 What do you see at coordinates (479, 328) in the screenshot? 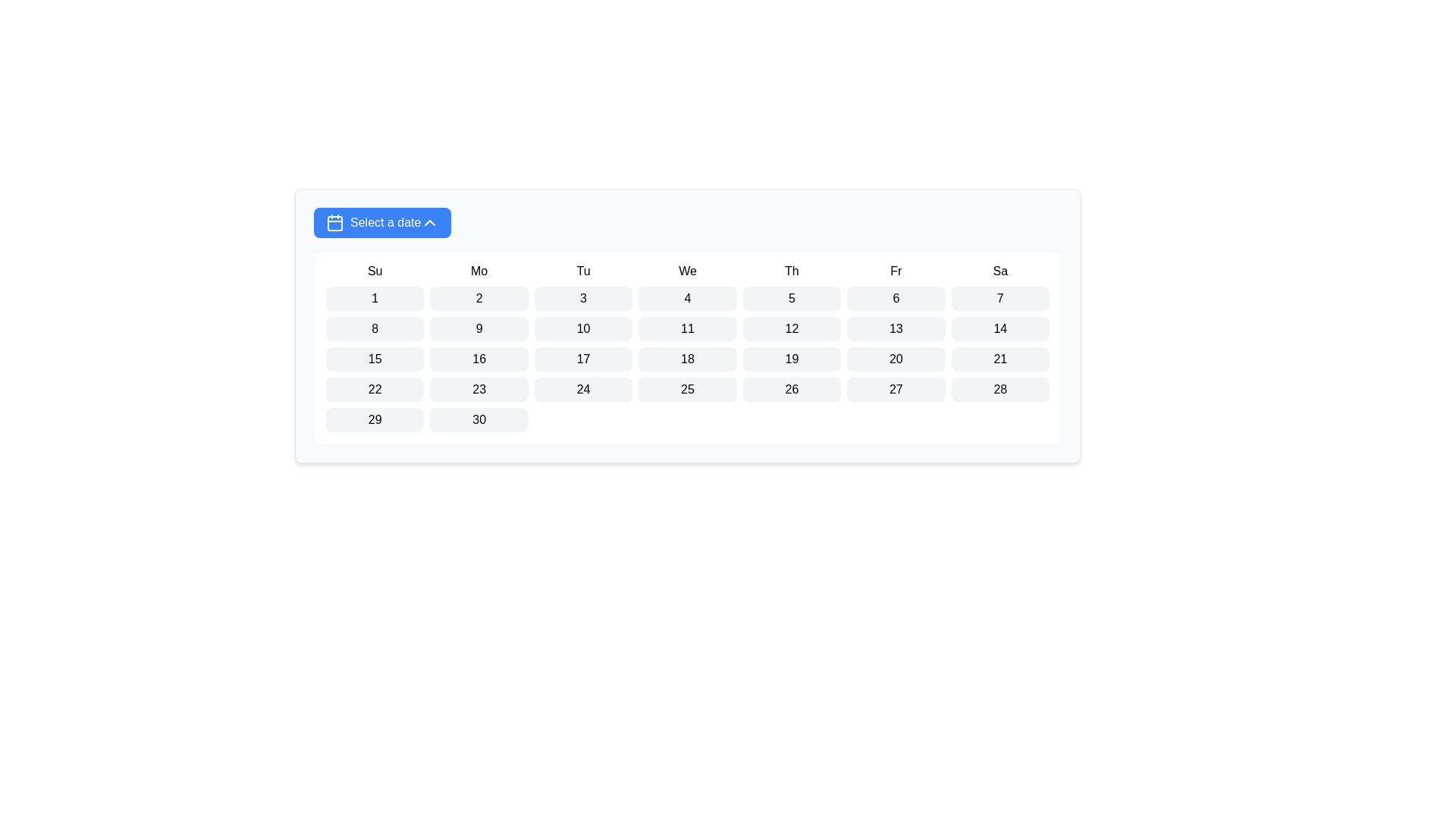
I see `the button representing the date '9' in the calendar widget` at bounding box center [479, 328].